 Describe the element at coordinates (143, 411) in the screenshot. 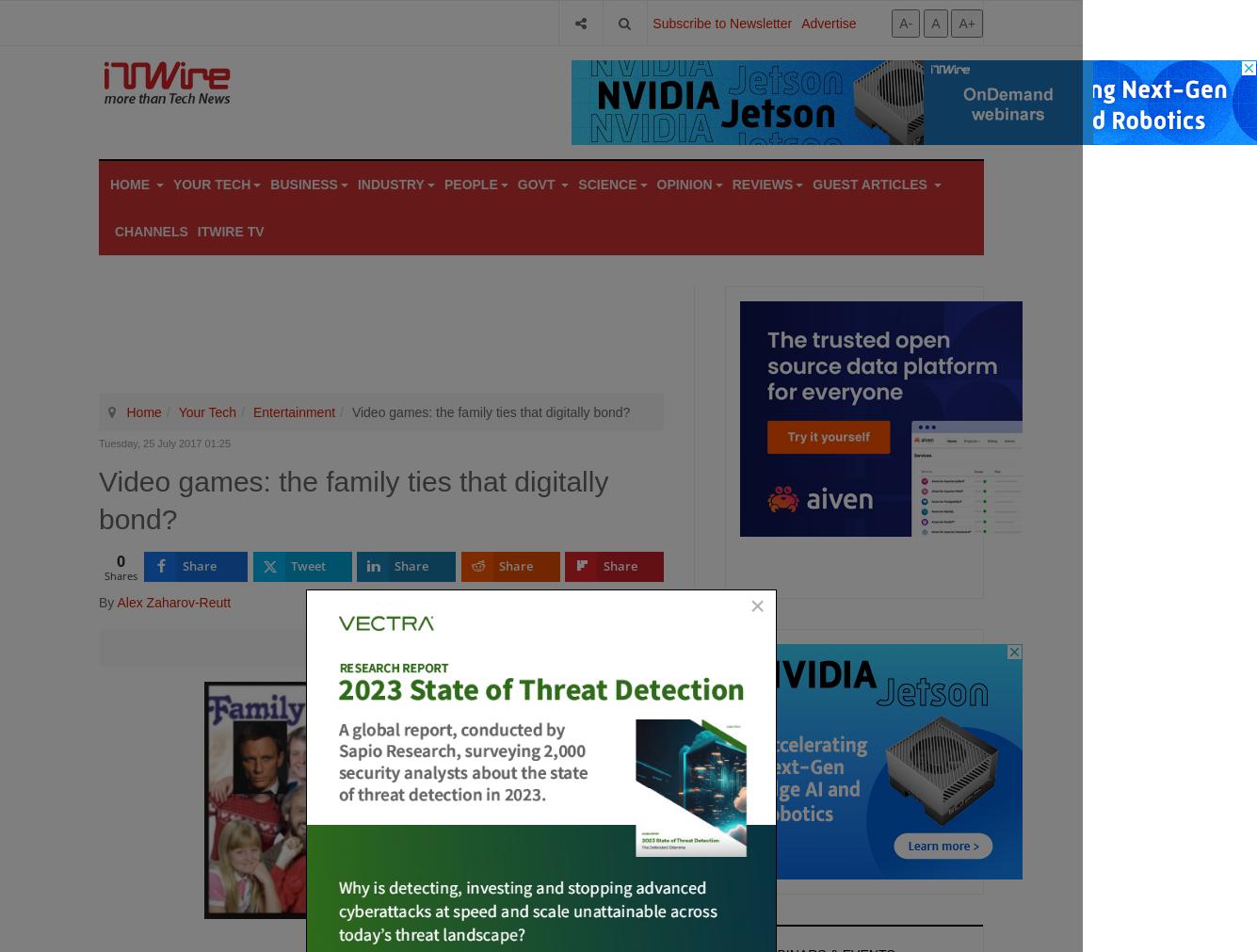

I see `'Home'` at that location.